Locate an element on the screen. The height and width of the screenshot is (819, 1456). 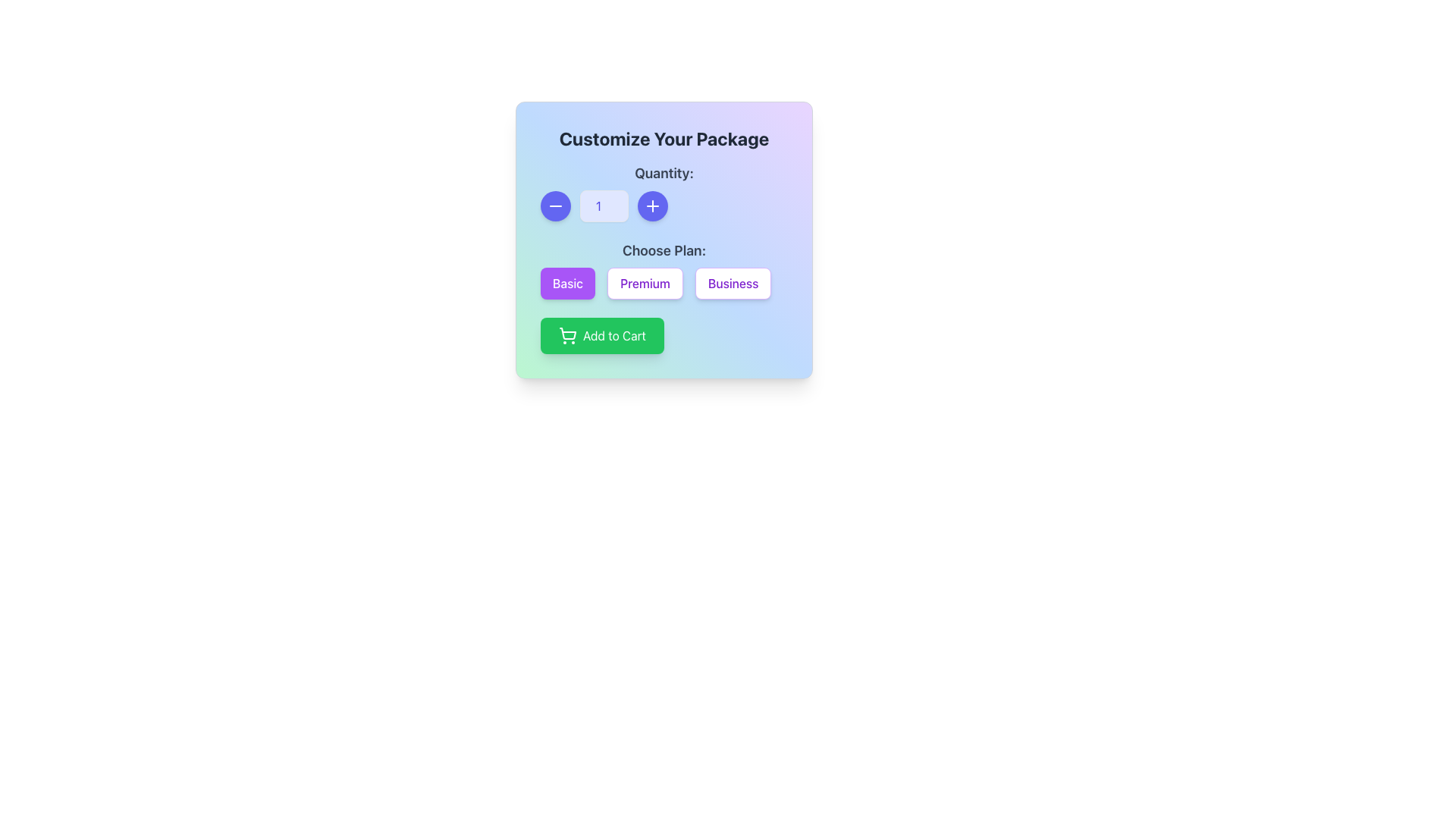
the text label that says 'Choose Plan:', which is styled with a large bold gray font and positioned above the button options is located at coordinates (664, 250).